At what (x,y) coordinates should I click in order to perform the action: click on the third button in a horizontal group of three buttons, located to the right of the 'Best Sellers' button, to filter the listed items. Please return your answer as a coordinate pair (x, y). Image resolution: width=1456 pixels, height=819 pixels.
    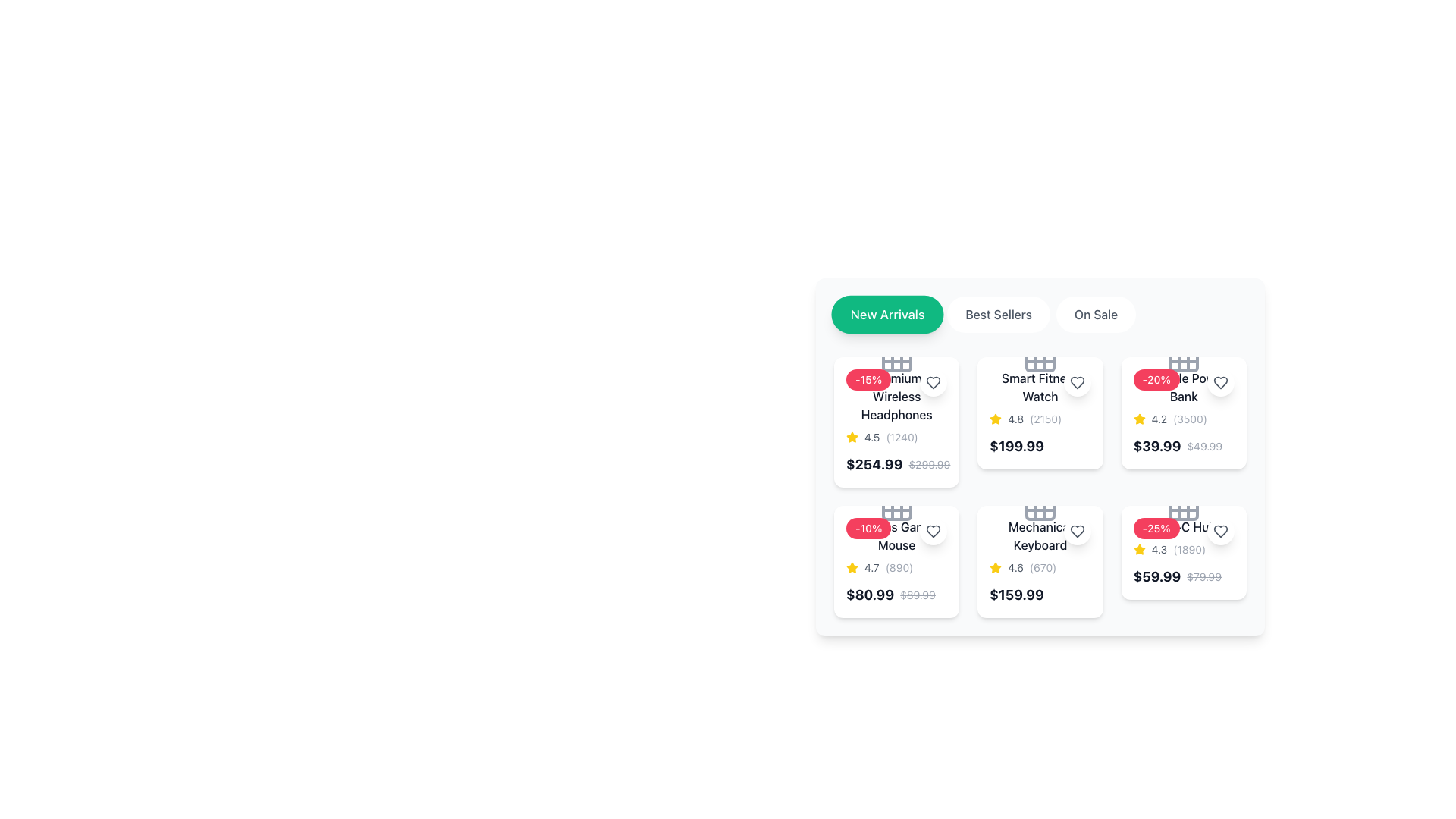
    Looking at the image, I should click on (1096, 314).